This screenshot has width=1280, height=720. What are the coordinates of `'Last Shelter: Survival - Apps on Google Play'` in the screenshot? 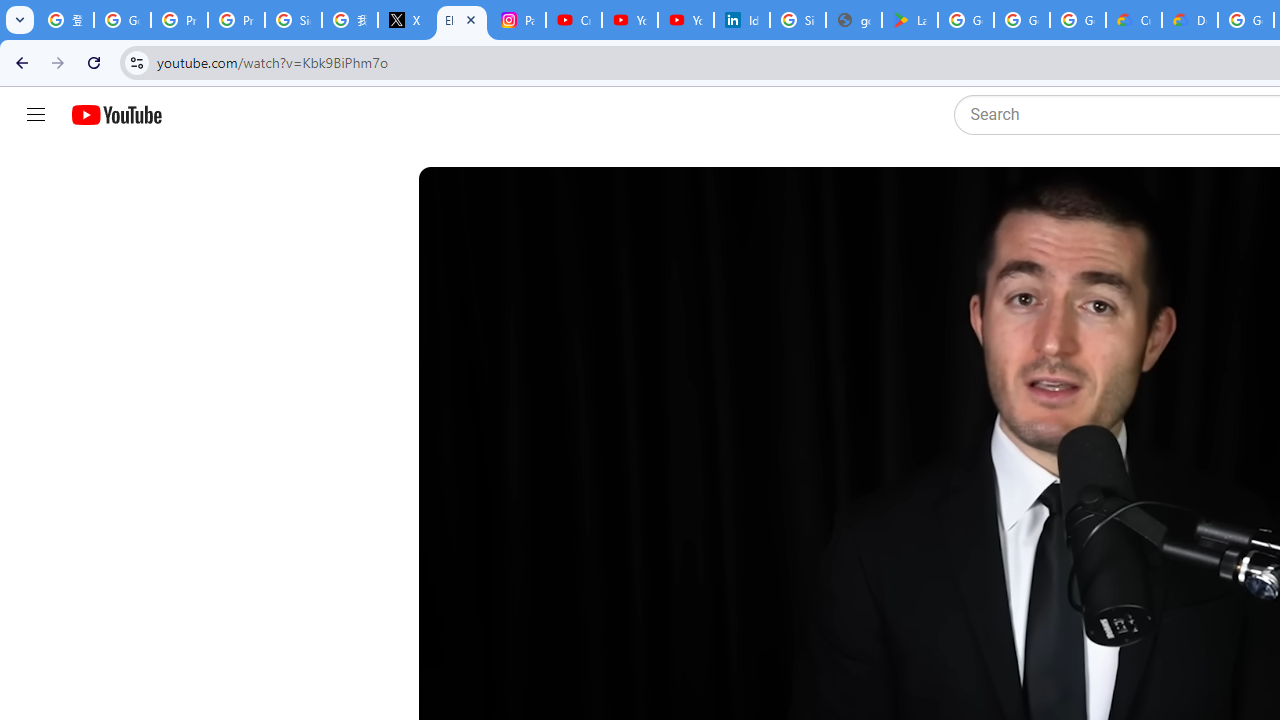 It's located at (909, 20).